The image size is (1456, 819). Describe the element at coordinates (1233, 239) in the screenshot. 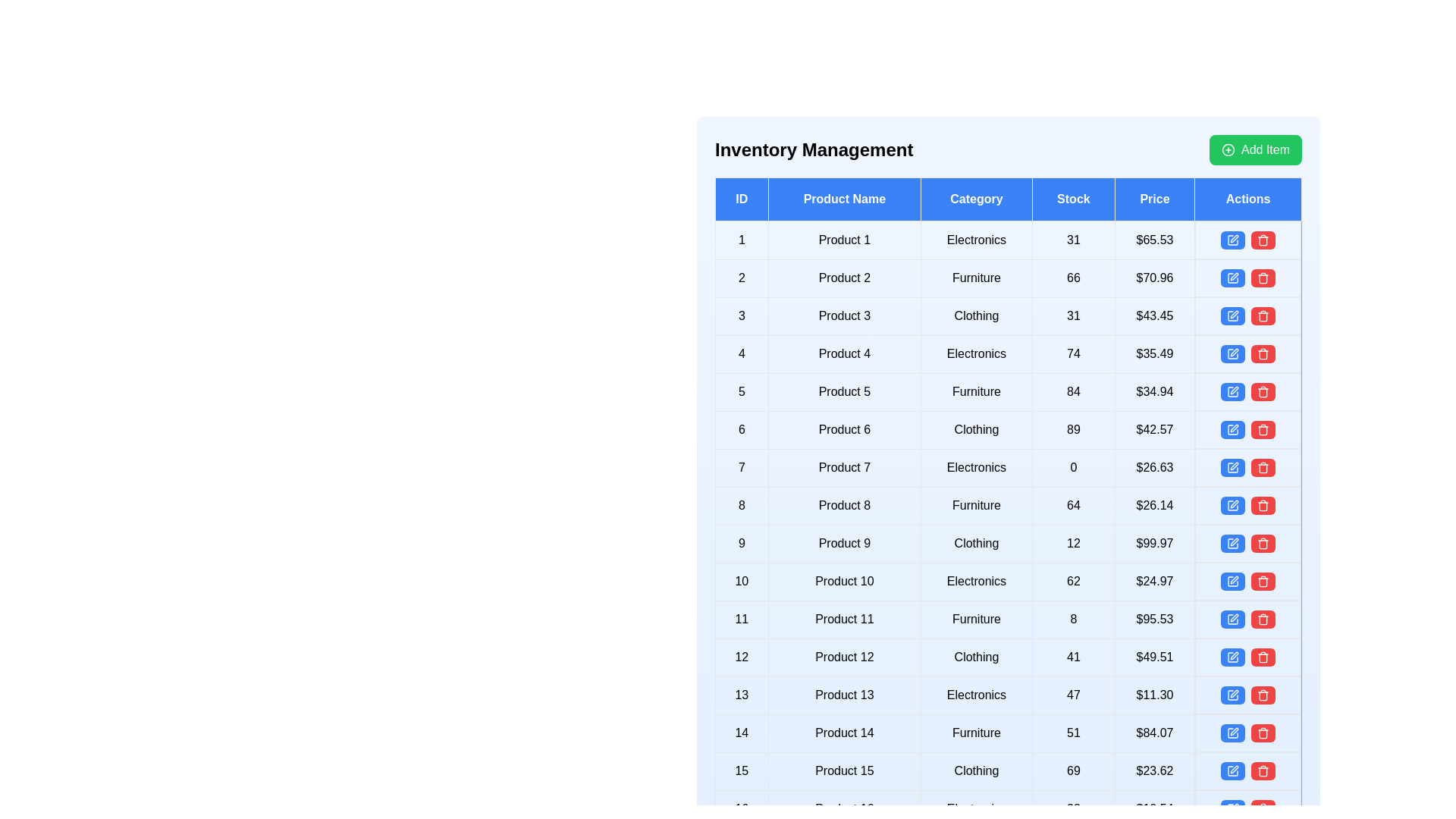

I see `edit button for the first product in the table` at that location.